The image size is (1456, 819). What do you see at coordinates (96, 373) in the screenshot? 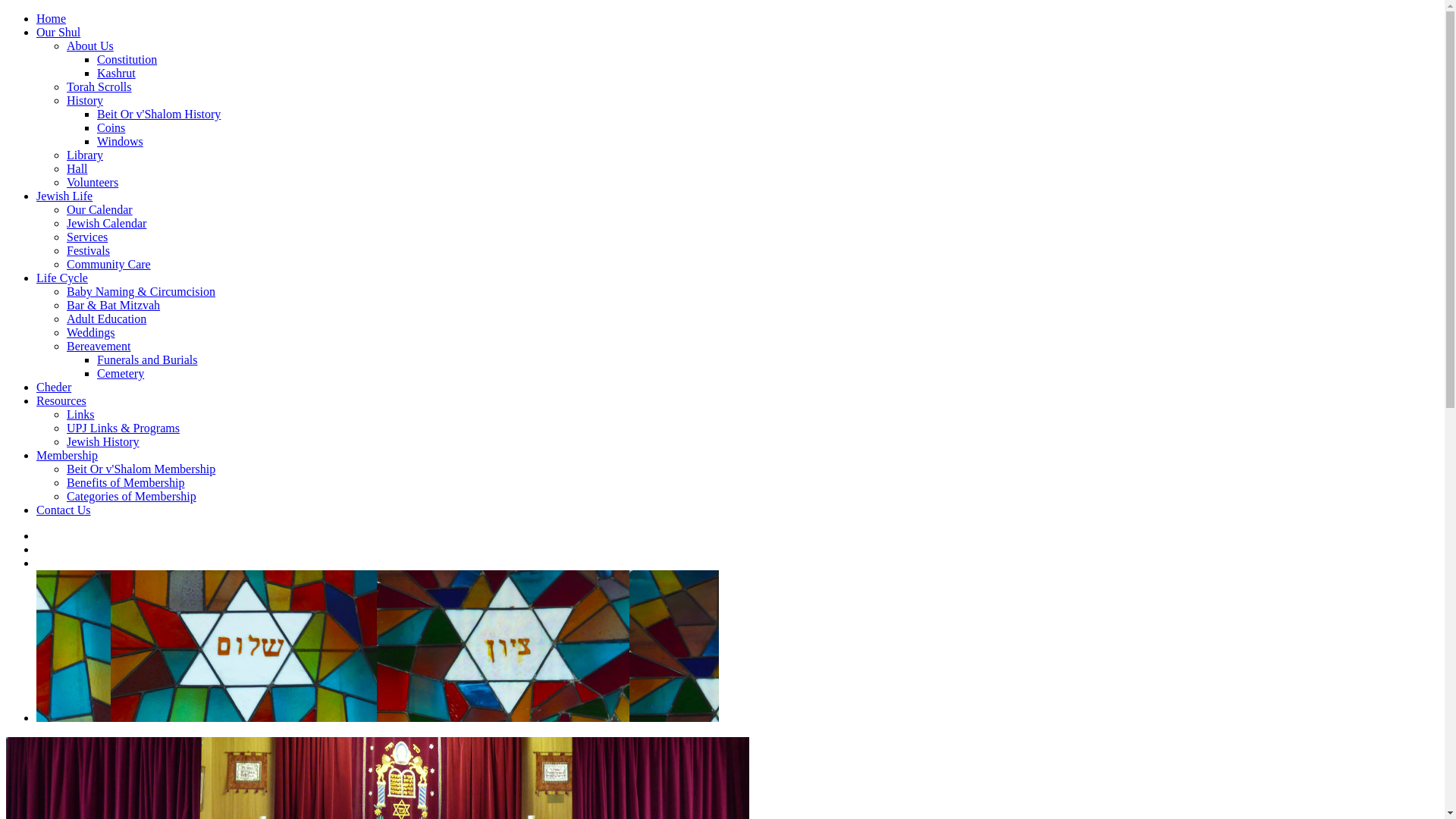
I see `'Cemetery'` at bounding box center [96, 373].